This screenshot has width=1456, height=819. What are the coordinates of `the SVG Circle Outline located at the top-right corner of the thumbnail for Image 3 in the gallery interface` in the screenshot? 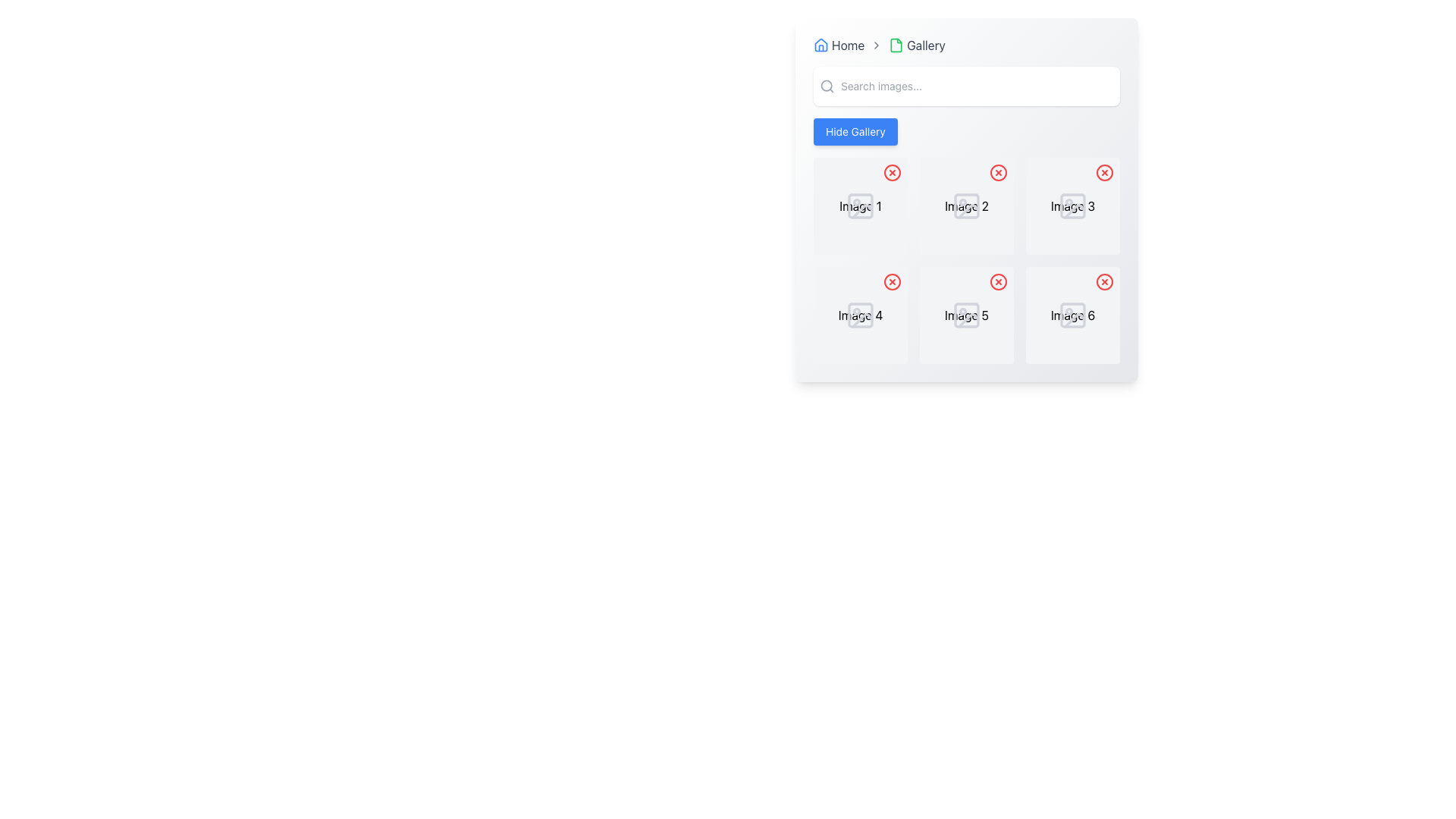 It's located at (1105, 171).